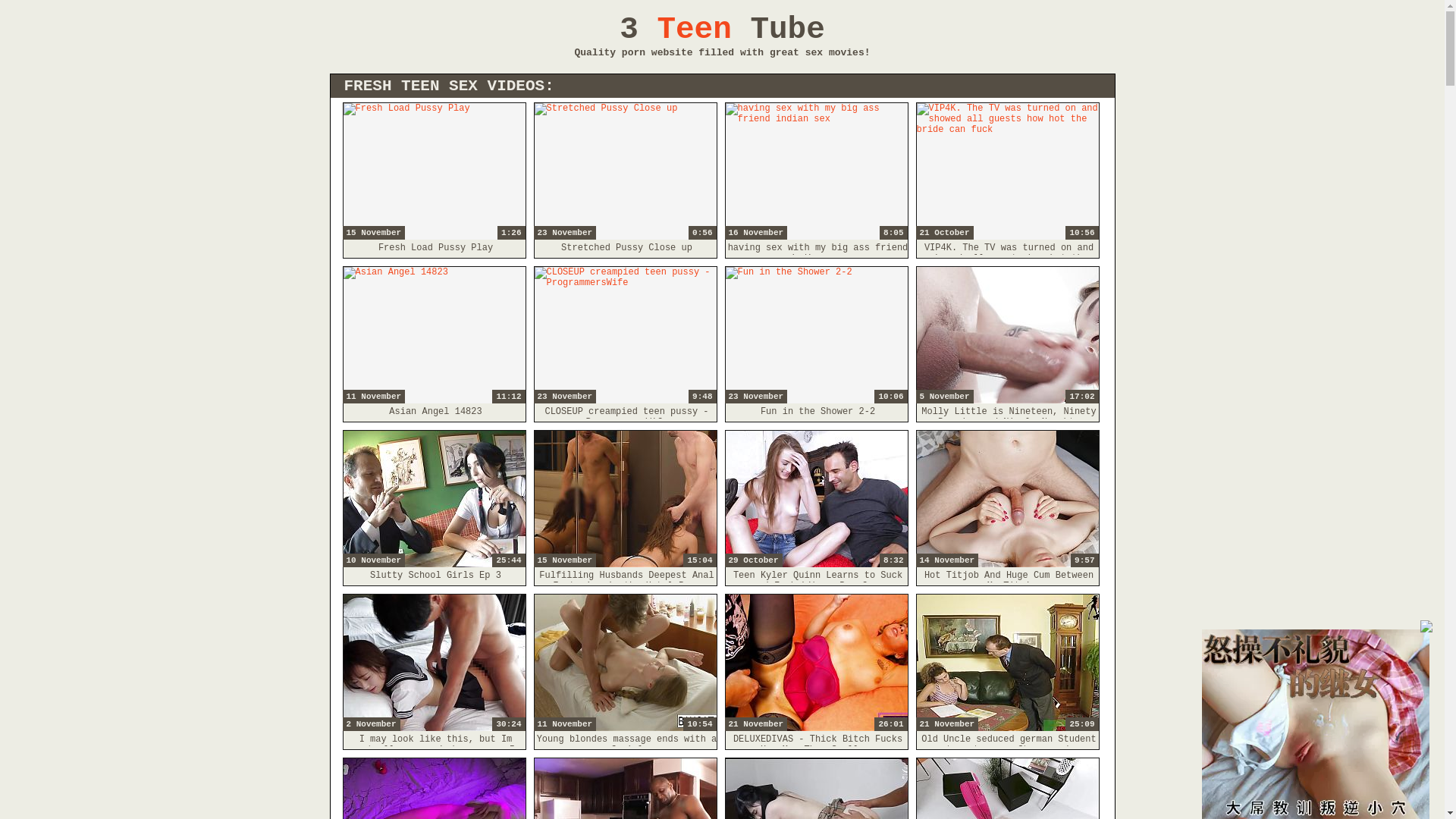  Describe the element at coordinates (723, 334) in the screenshot. I see `'10:06` at that location.